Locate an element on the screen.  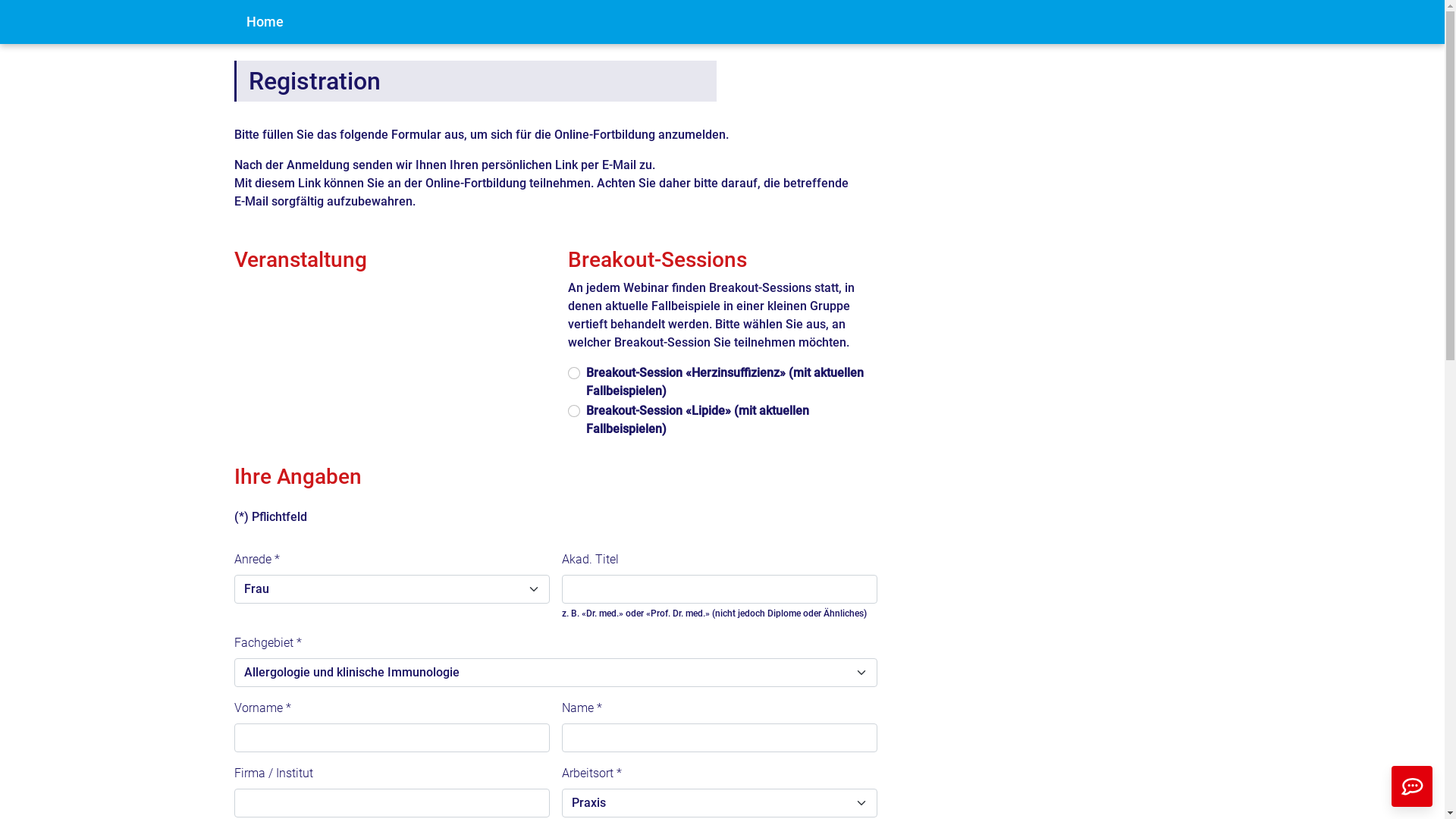
'Home' is located at coordinates (232, 22).